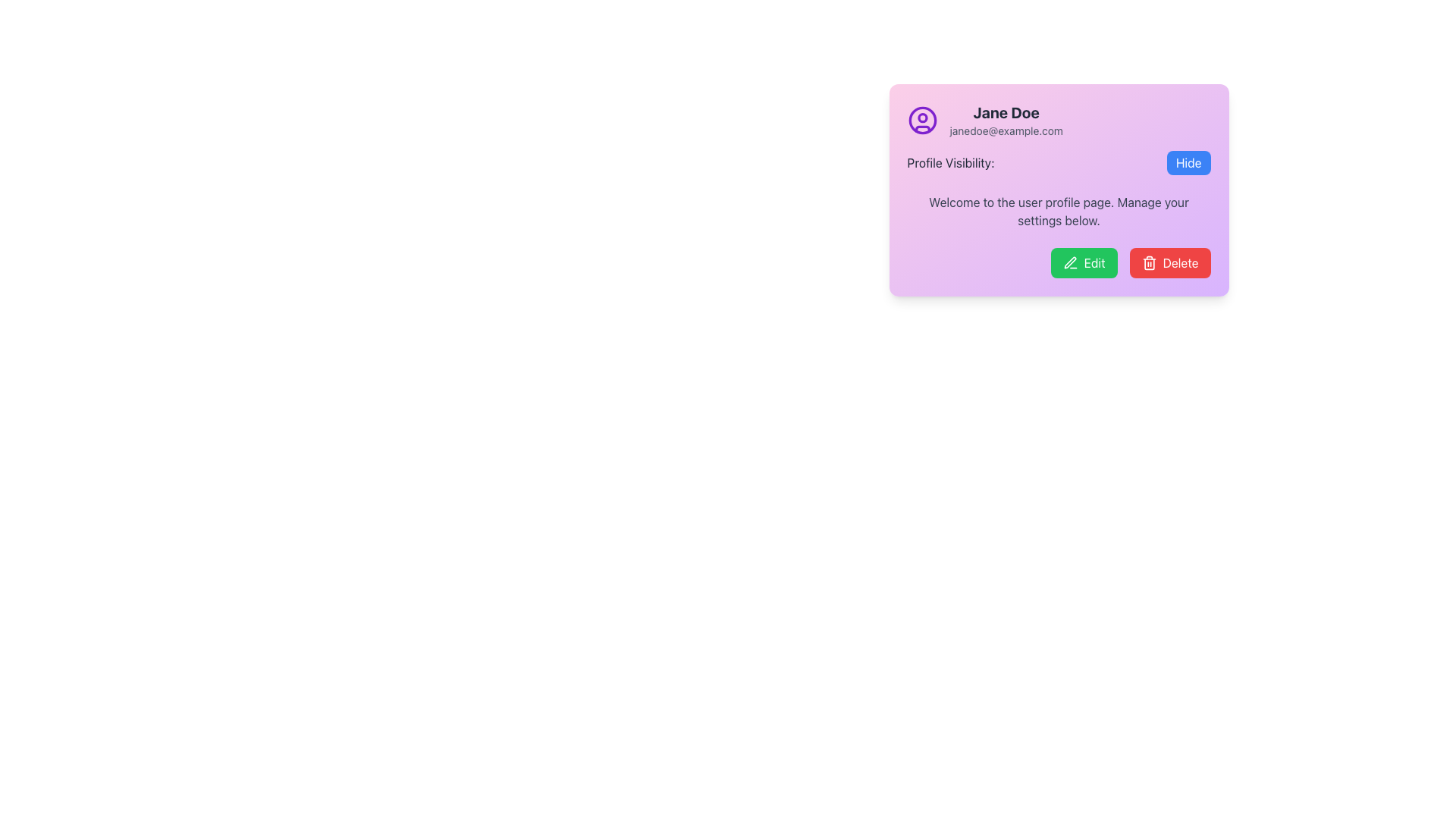  I want to click on the delete icon inside the 'Delete' button located at the bottom-right corner of the pink box, so click(1149, 262).